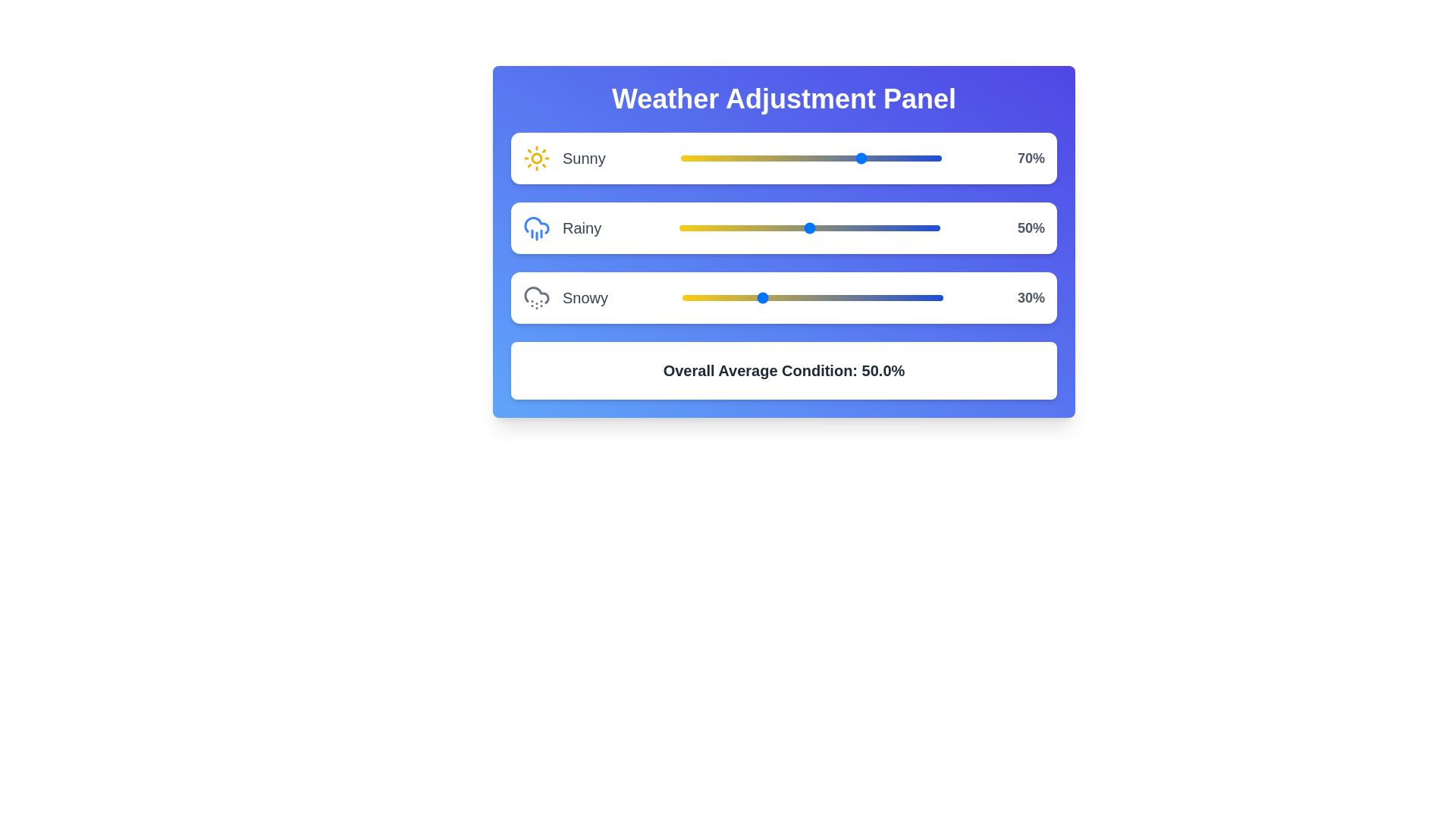  I want to click on the handle of the horizontal slider labeled 'Snowy', so click(783, 298).